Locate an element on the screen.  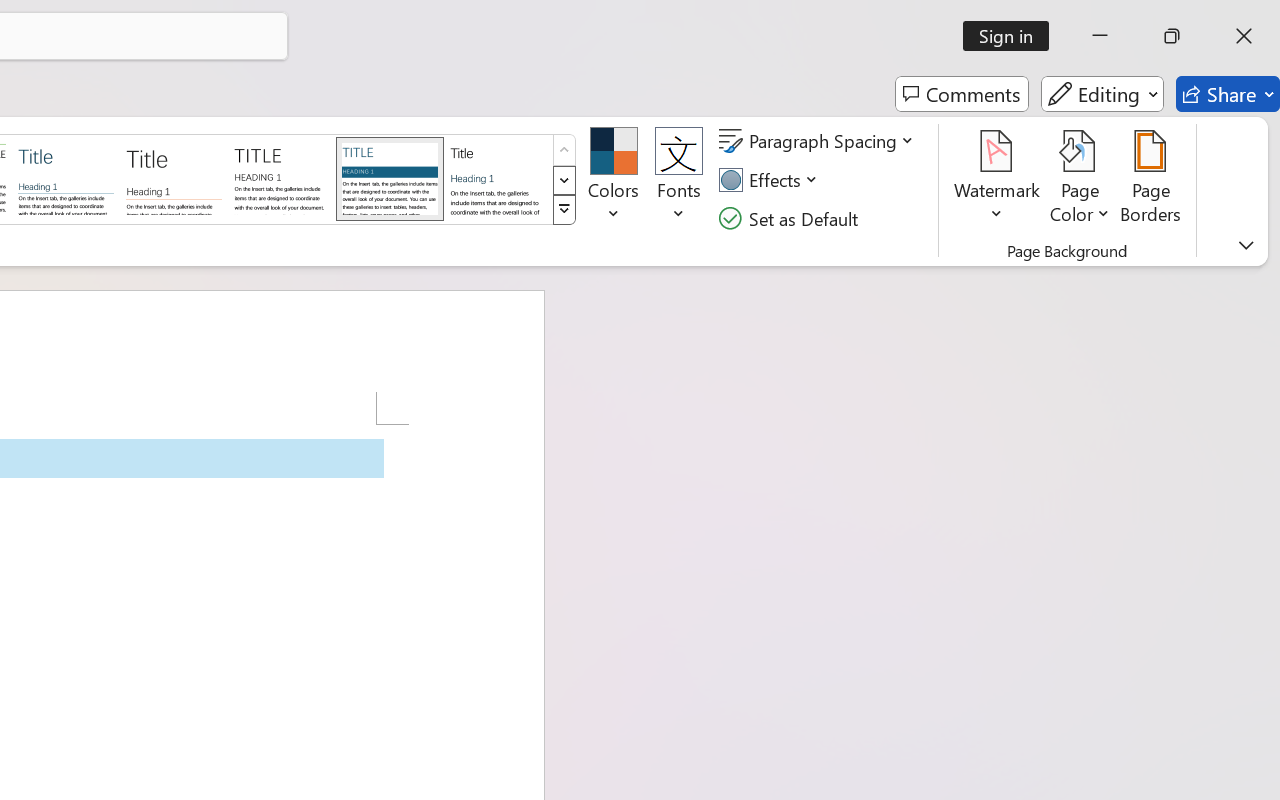
'Watermark' is located at coordinates (997, 179).